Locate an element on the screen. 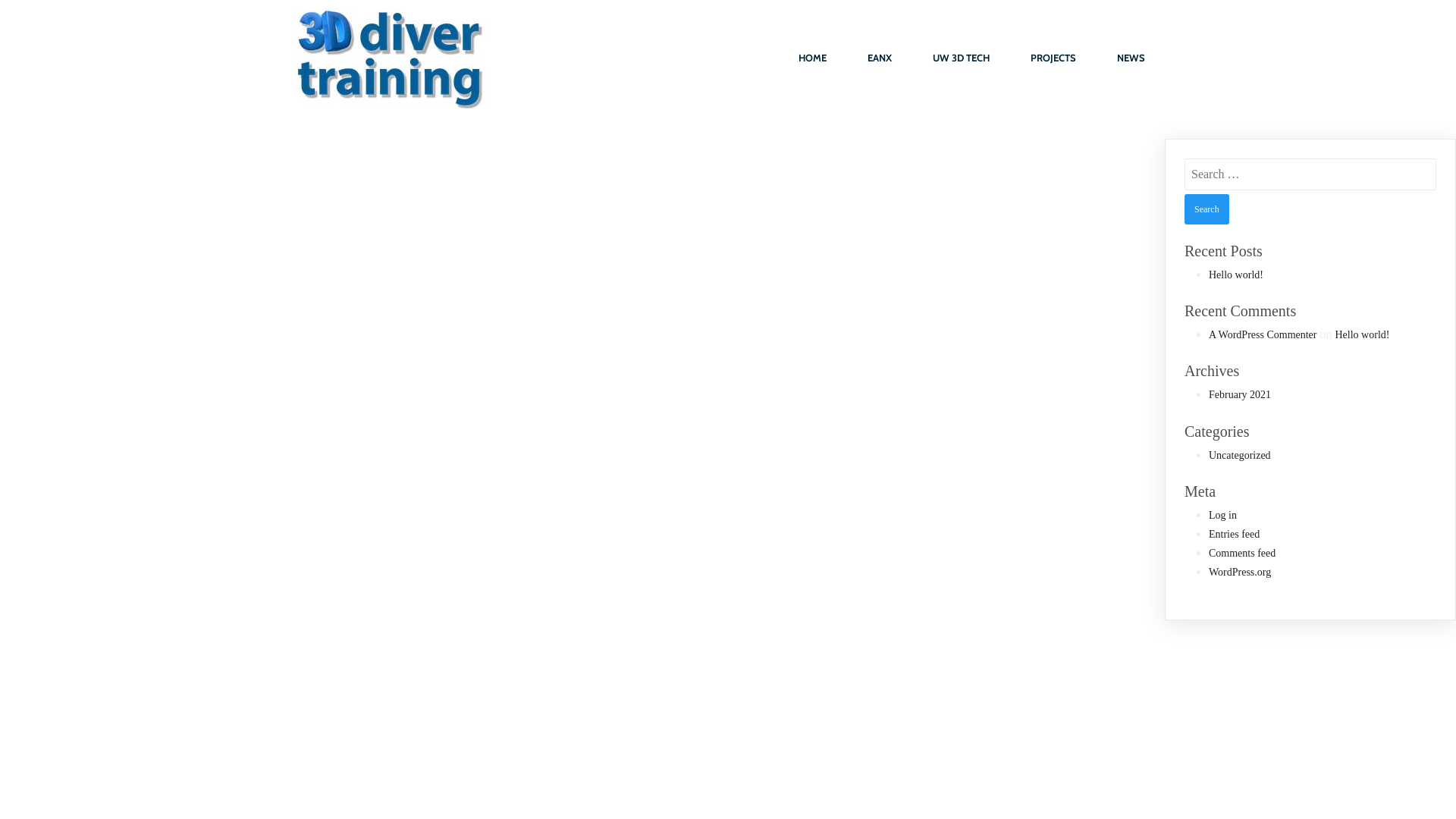  'Logo_Final_256' is located at coordinates (389, 57).